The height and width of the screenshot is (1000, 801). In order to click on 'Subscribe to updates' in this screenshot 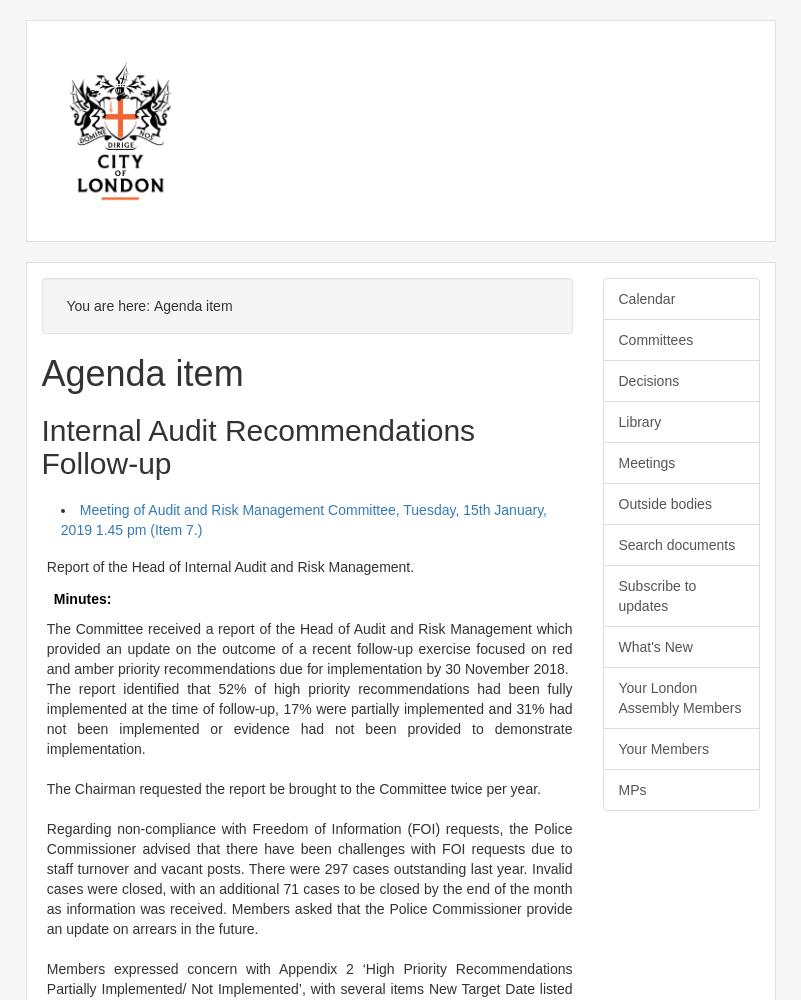, I will do `click(617, 595)`.